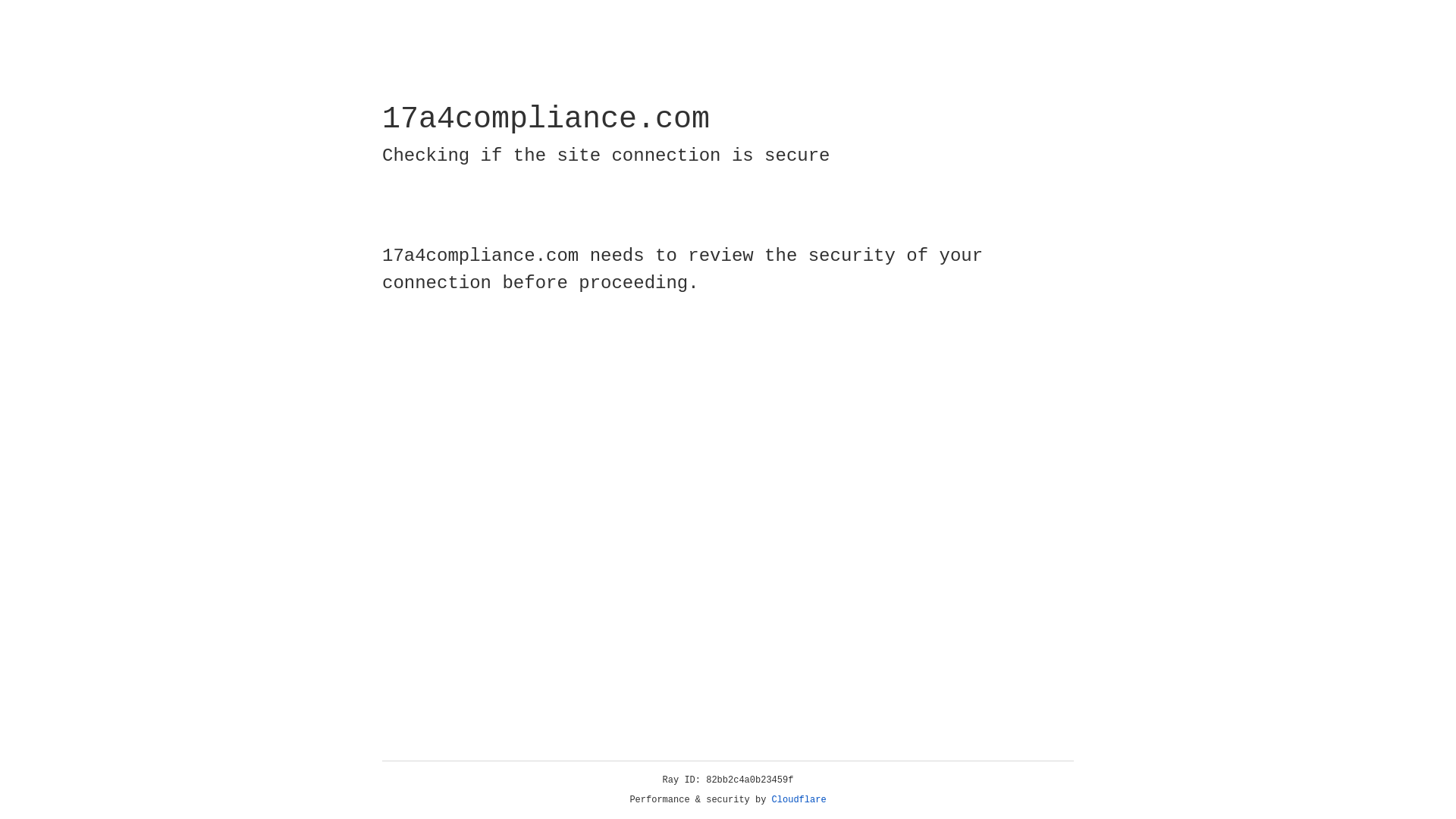  I want to click on 'Cloudflare', so click(799, 799).